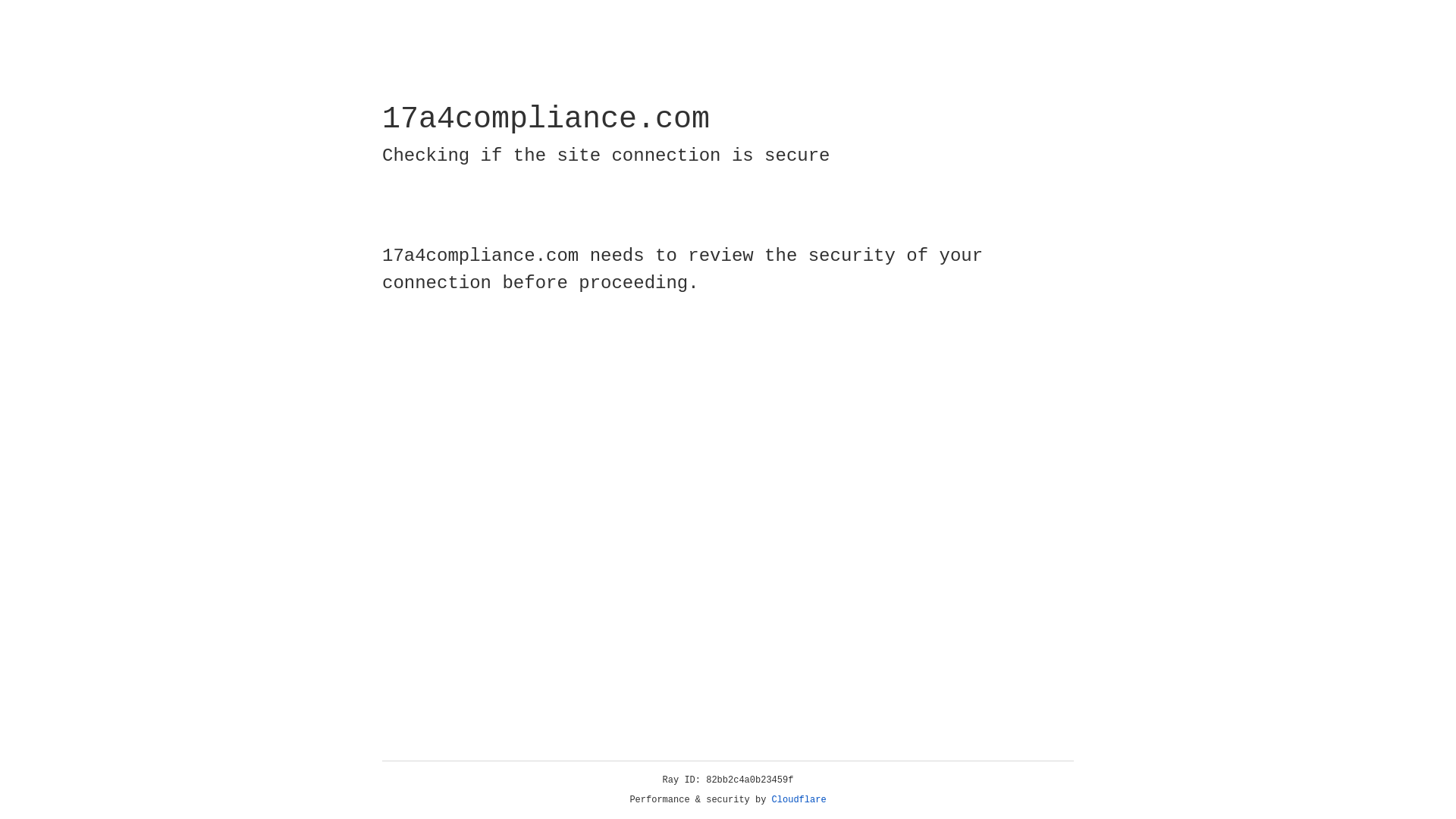  I want to click on 'Cloudflare', so click(799, 799).